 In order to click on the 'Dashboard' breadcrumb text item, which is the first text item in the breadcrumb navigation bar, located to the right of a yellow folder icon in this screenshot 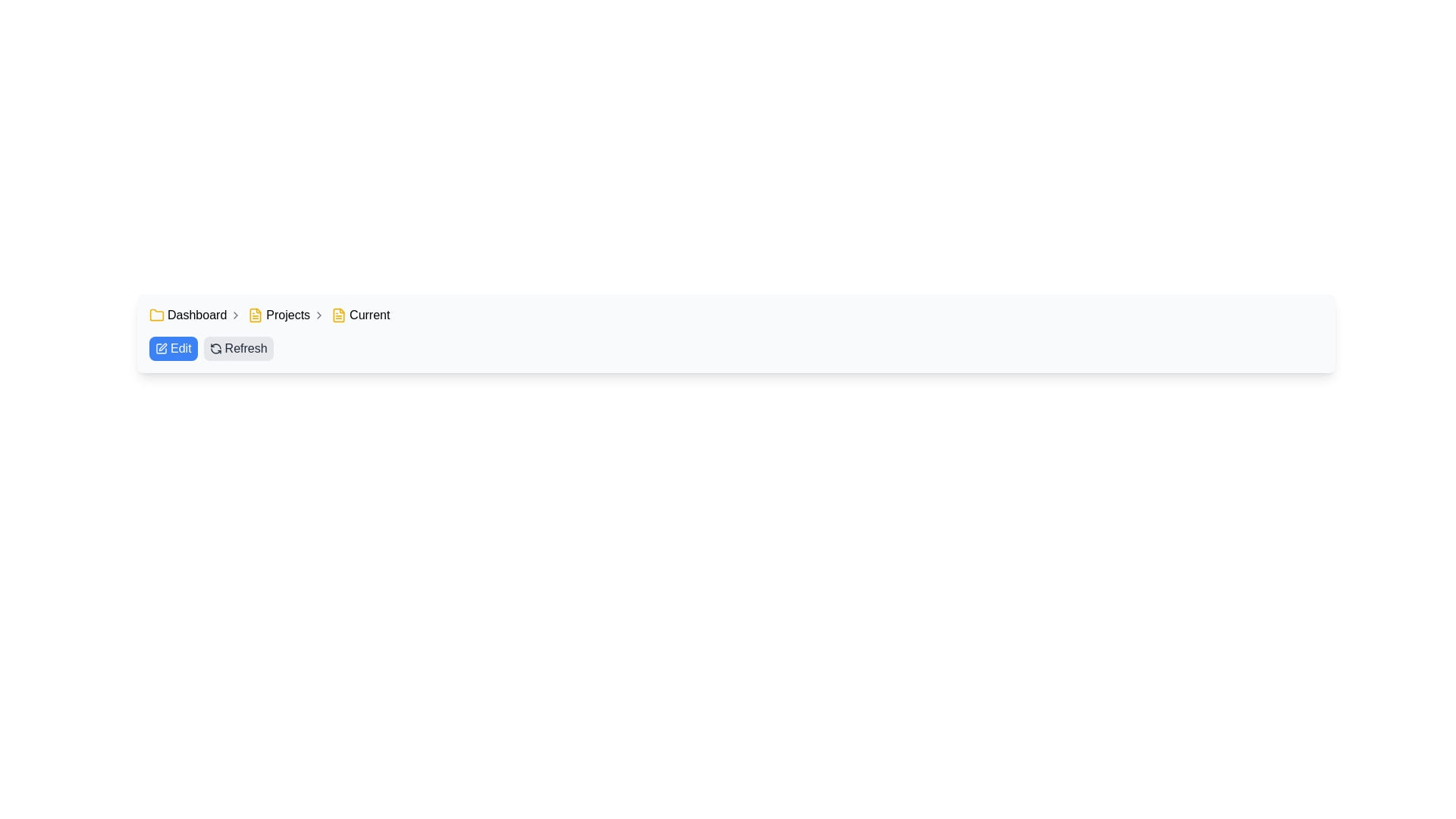, I will do `click(196, 315)`.